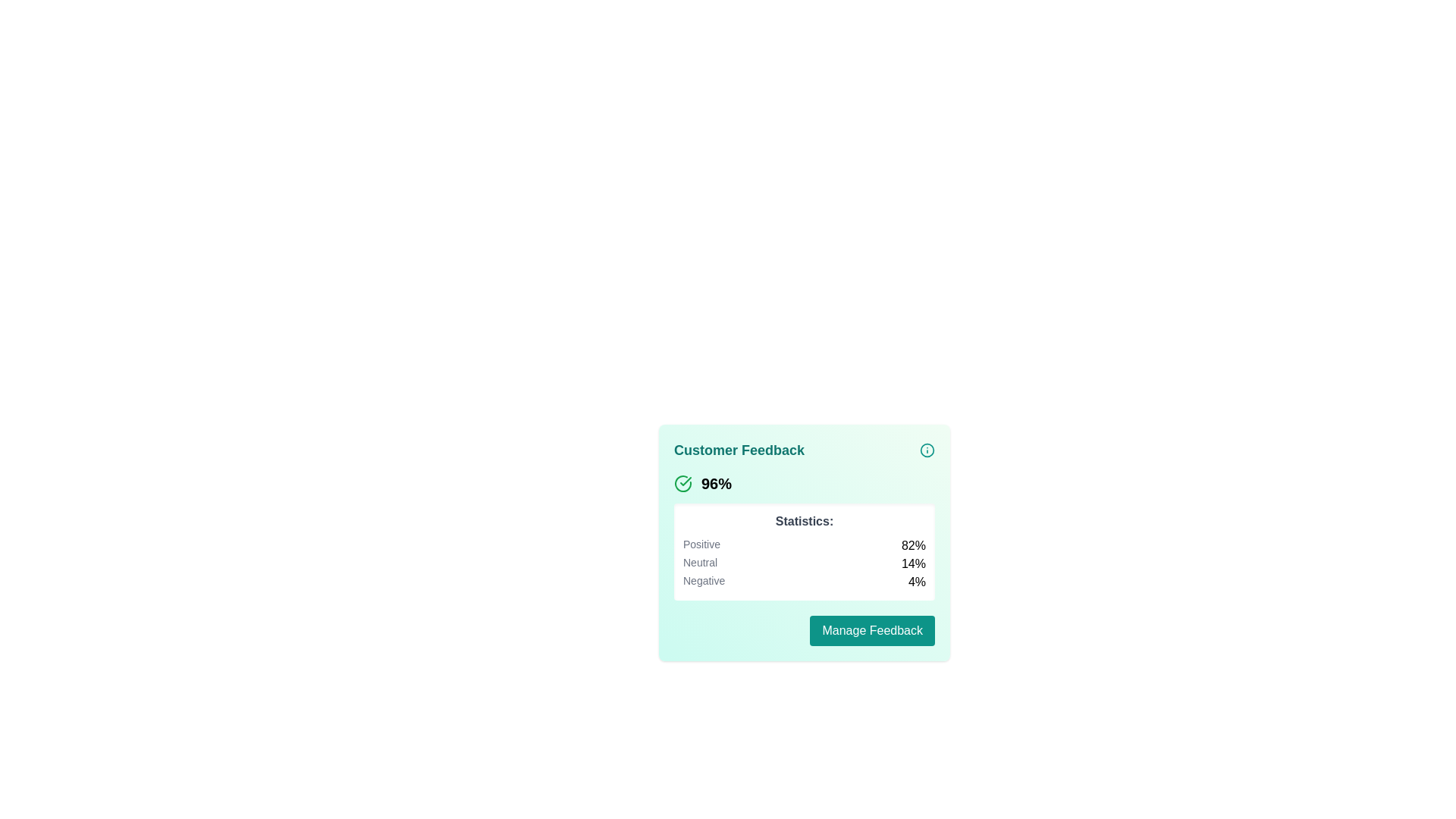 This screenshot has height=819, width=1456. What do you see at coordinates (716, 483) in the screenshot?
I see `the Text Label displaying a percentage value, located to the right of a circular check icon within a feedback statistics card layout` at bounding box center [716, 483].